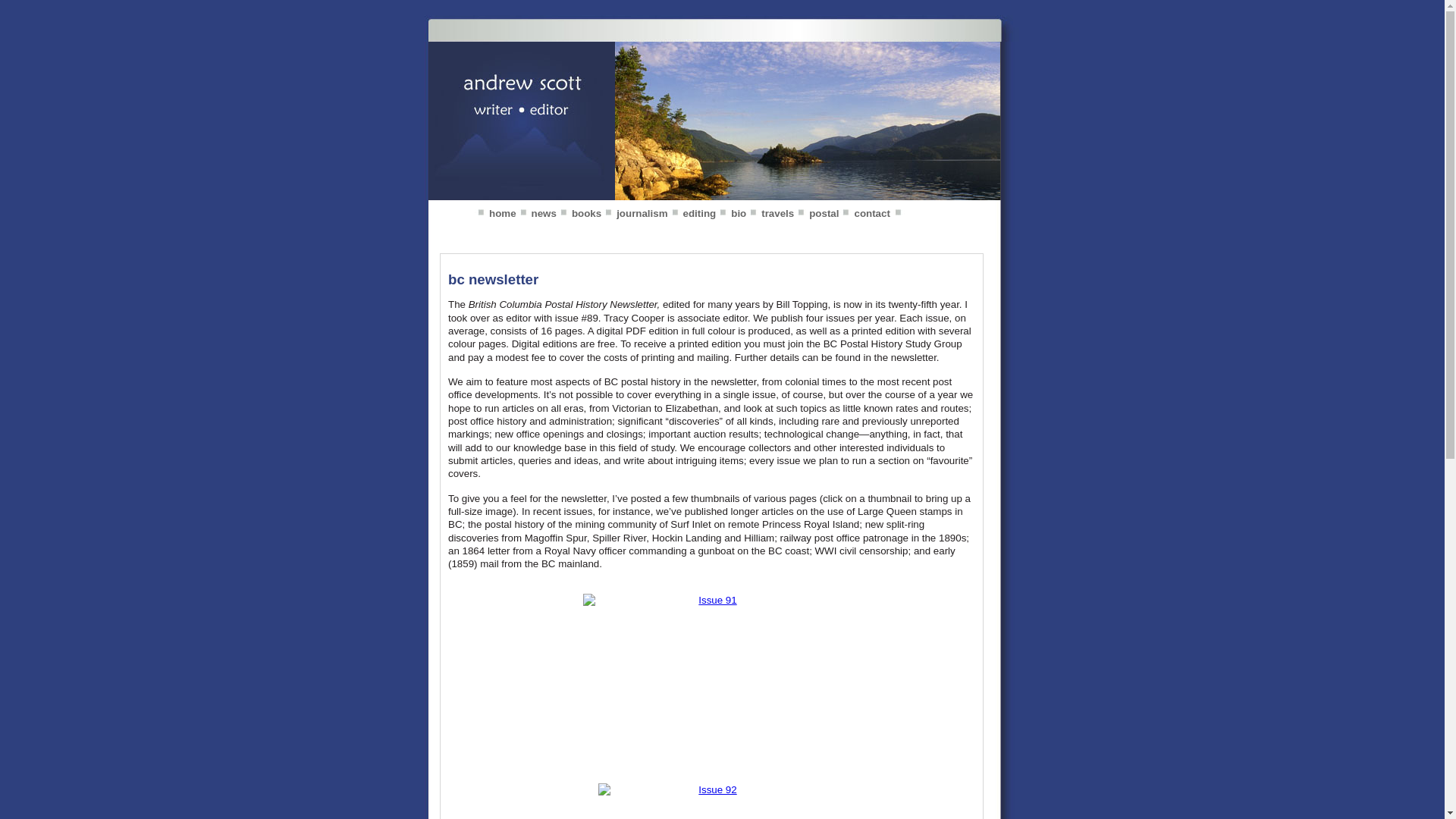  What do you see at coordinates (872, 213) in the screenshot?
I see `'contact'` at bounding box center [872, 213].